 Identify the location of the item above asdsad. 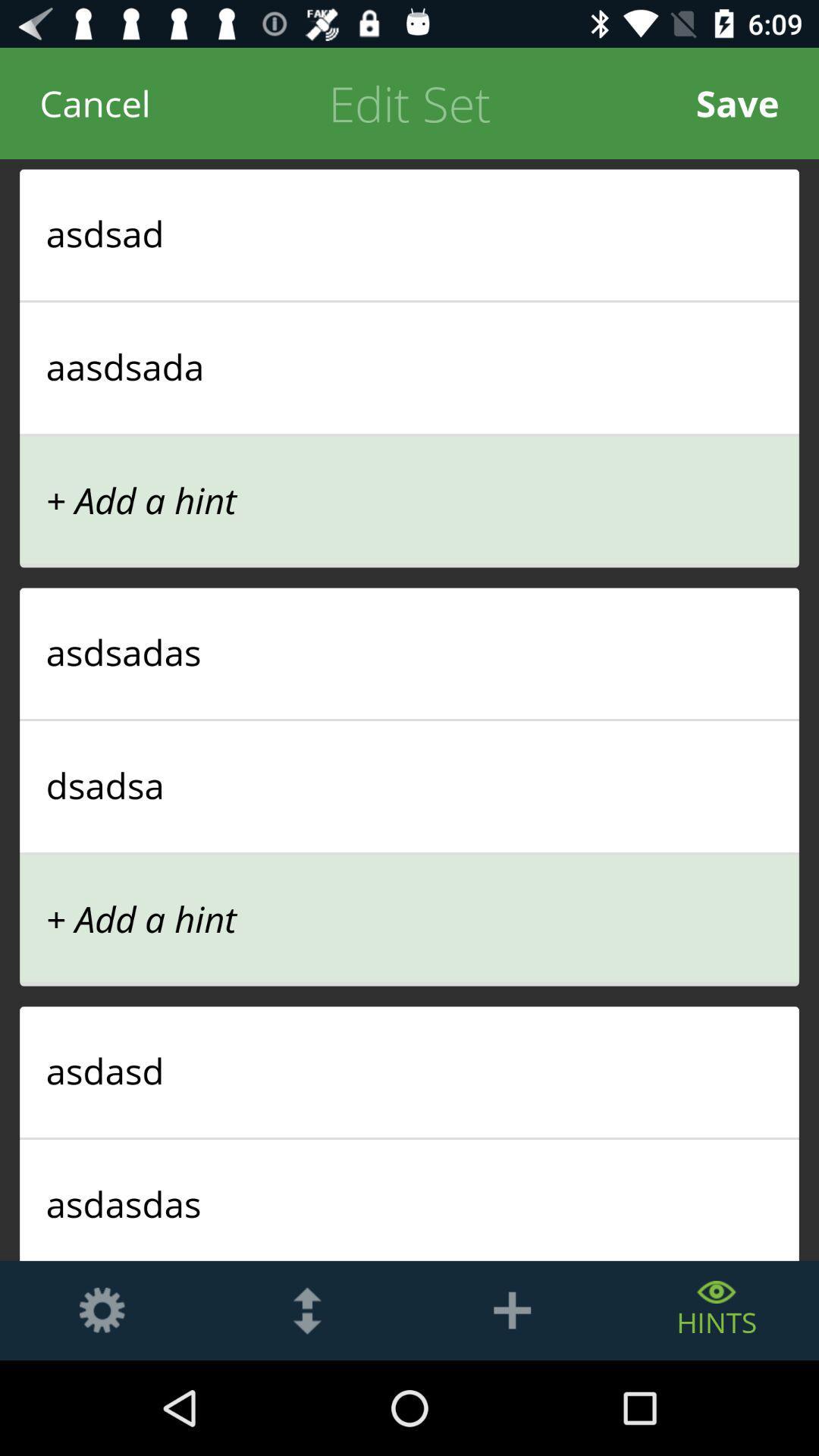
(736, 102).